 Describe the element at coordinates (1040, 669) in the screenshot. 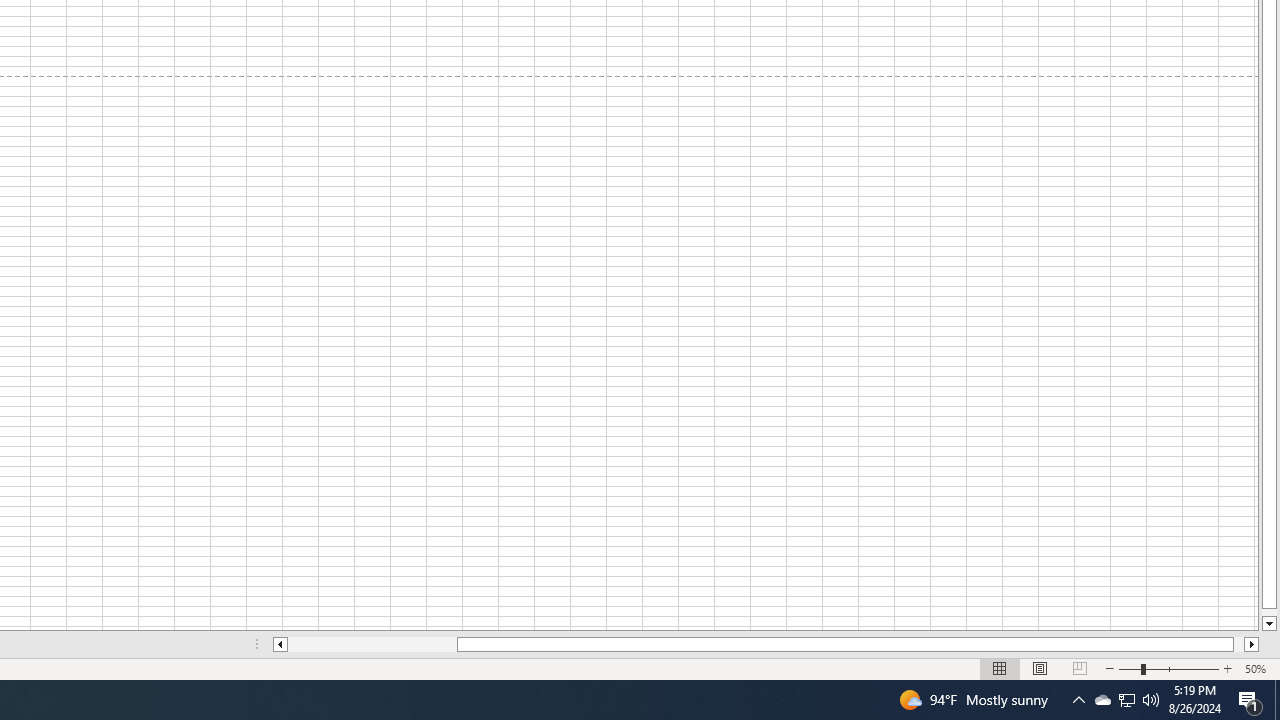

I see `'Page Layout'` at that location.